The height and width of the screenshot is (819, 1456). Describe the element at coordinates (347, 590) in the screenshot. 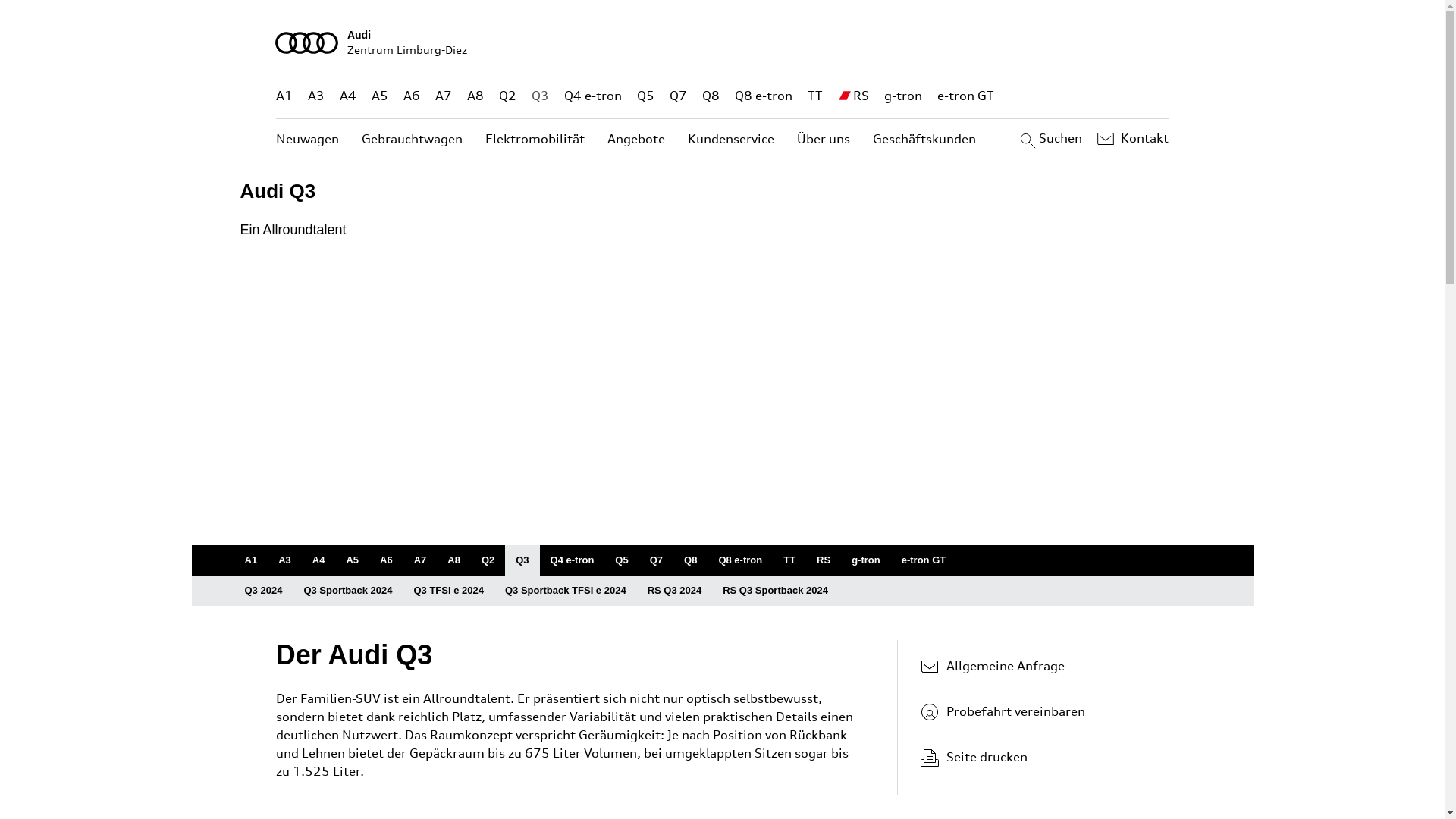

I see `'Q3 Sportback 2024'` at that location.